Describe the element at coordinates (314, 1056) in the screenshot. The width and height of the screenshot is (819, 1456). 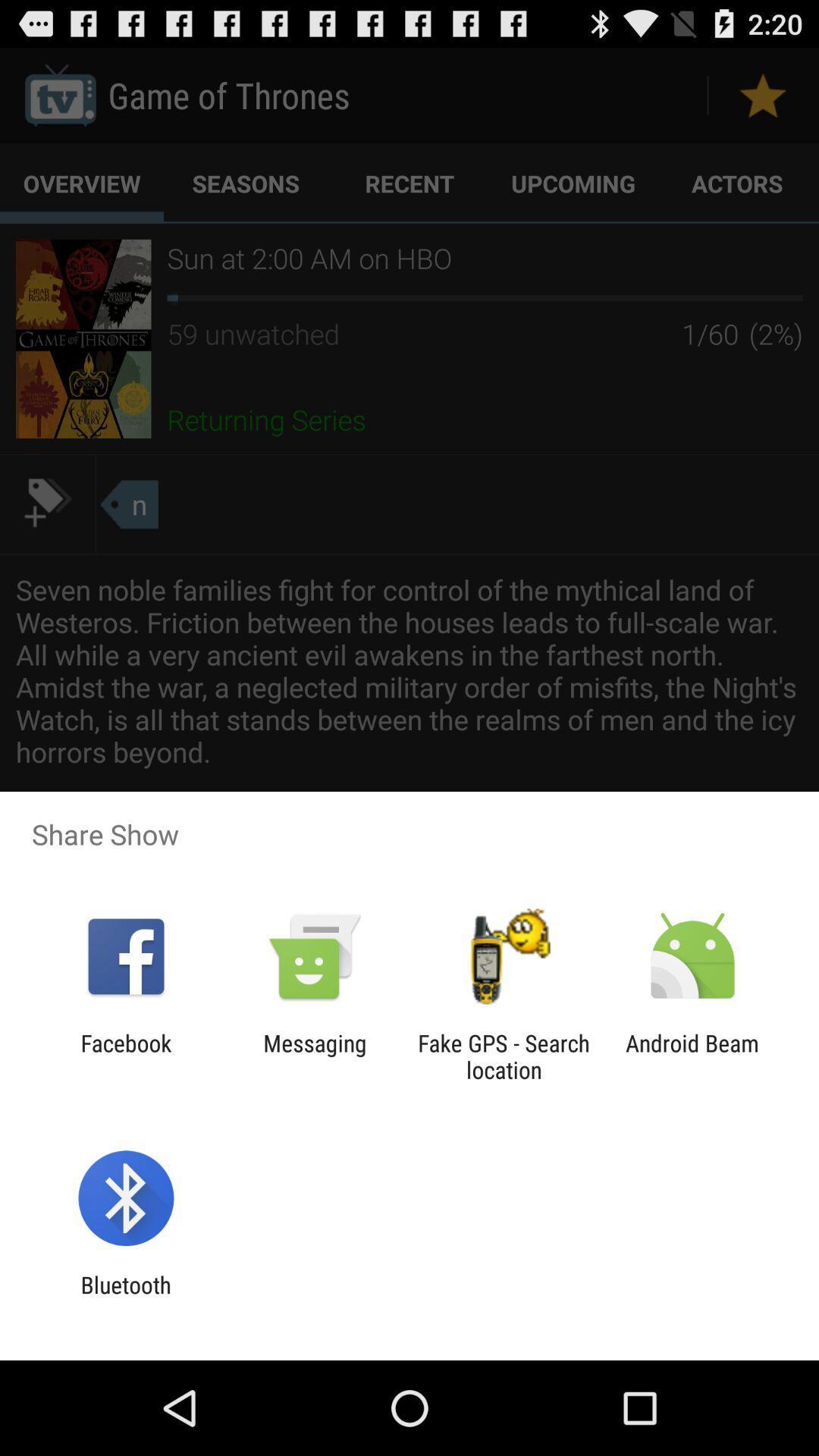
I see `the messaging item` at that location.